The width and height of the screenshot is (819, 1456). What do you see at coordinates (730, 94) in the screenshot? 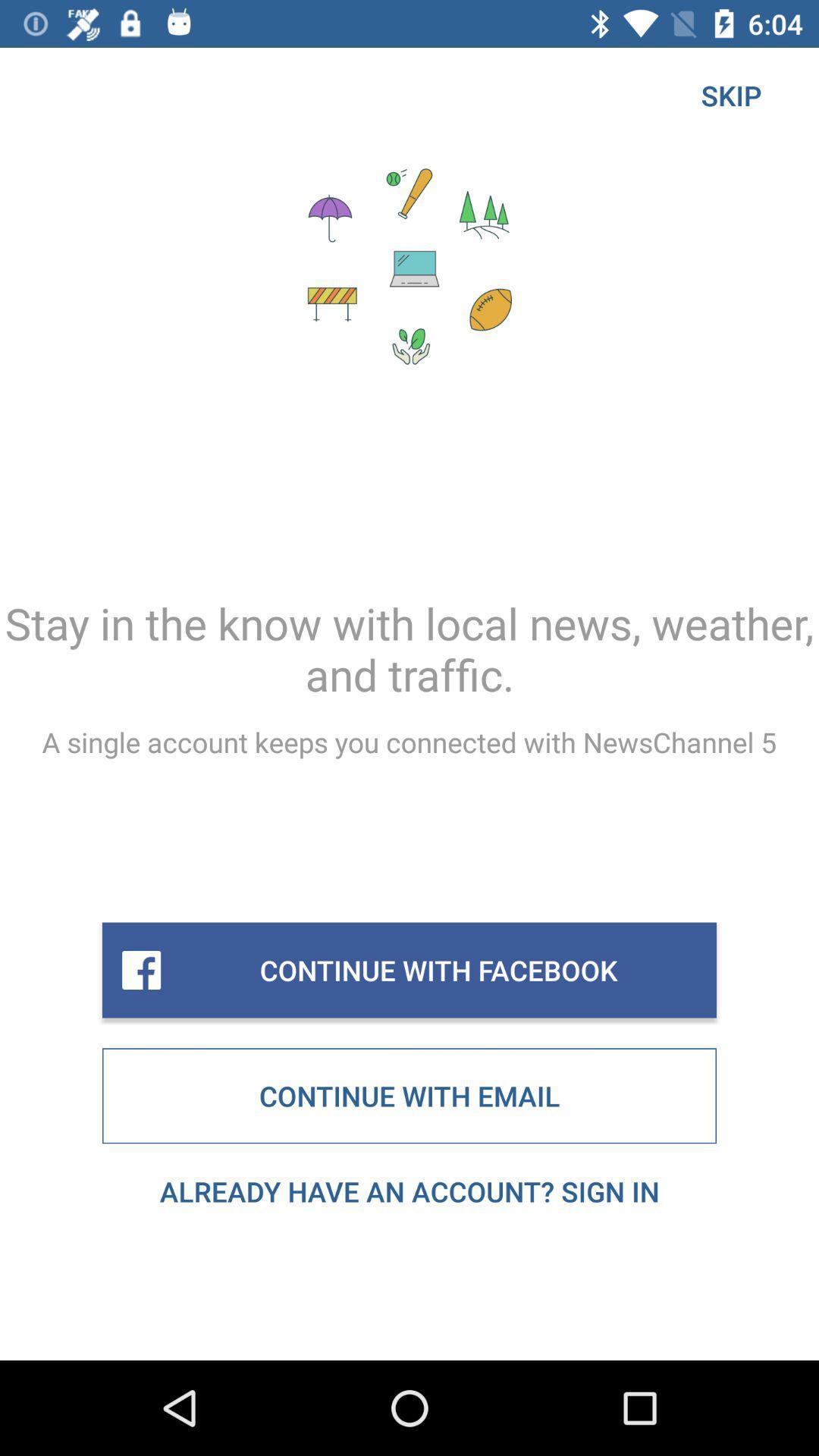
I see `the icon at the top right corner` at bounding box center [730, 94].